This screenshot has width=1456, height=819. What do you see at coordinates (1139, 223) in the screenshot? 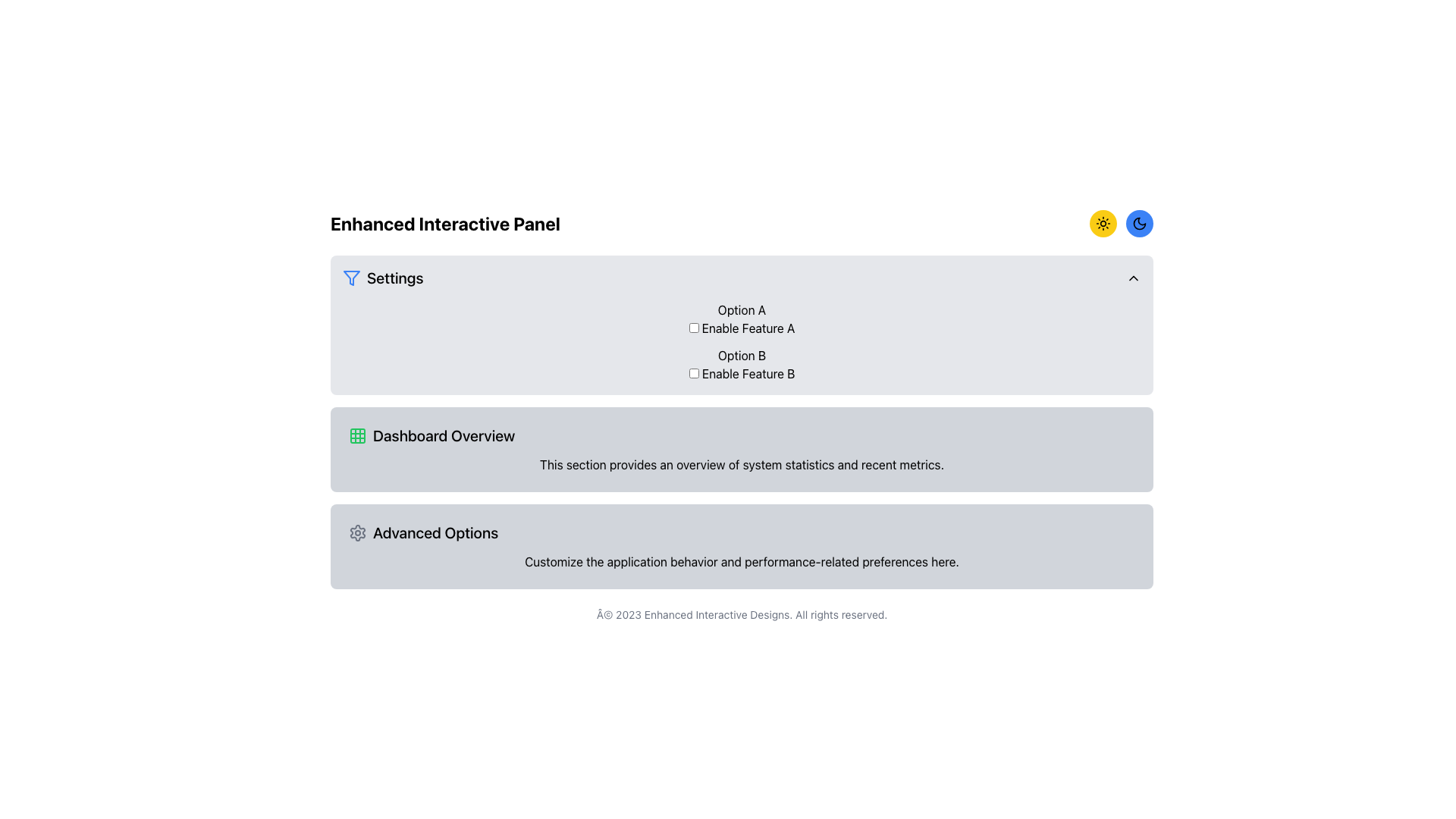
I see `the toggle button for dark mode, which is the rightmost button featuring a moon icon located in the upper-right corner of the interface` at bounding box center [1139, 223].